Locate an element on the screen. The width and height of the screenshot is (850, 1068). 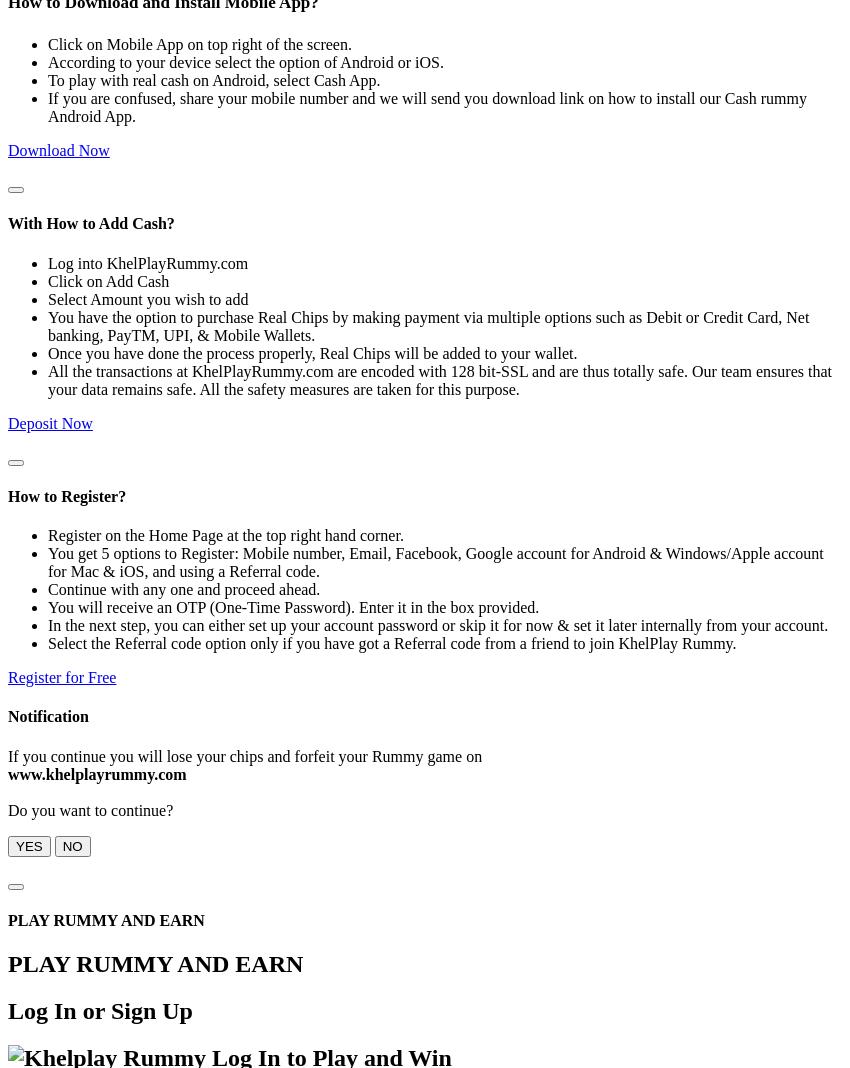
'Do you want to continue?' is located at coordinates (6, 808).